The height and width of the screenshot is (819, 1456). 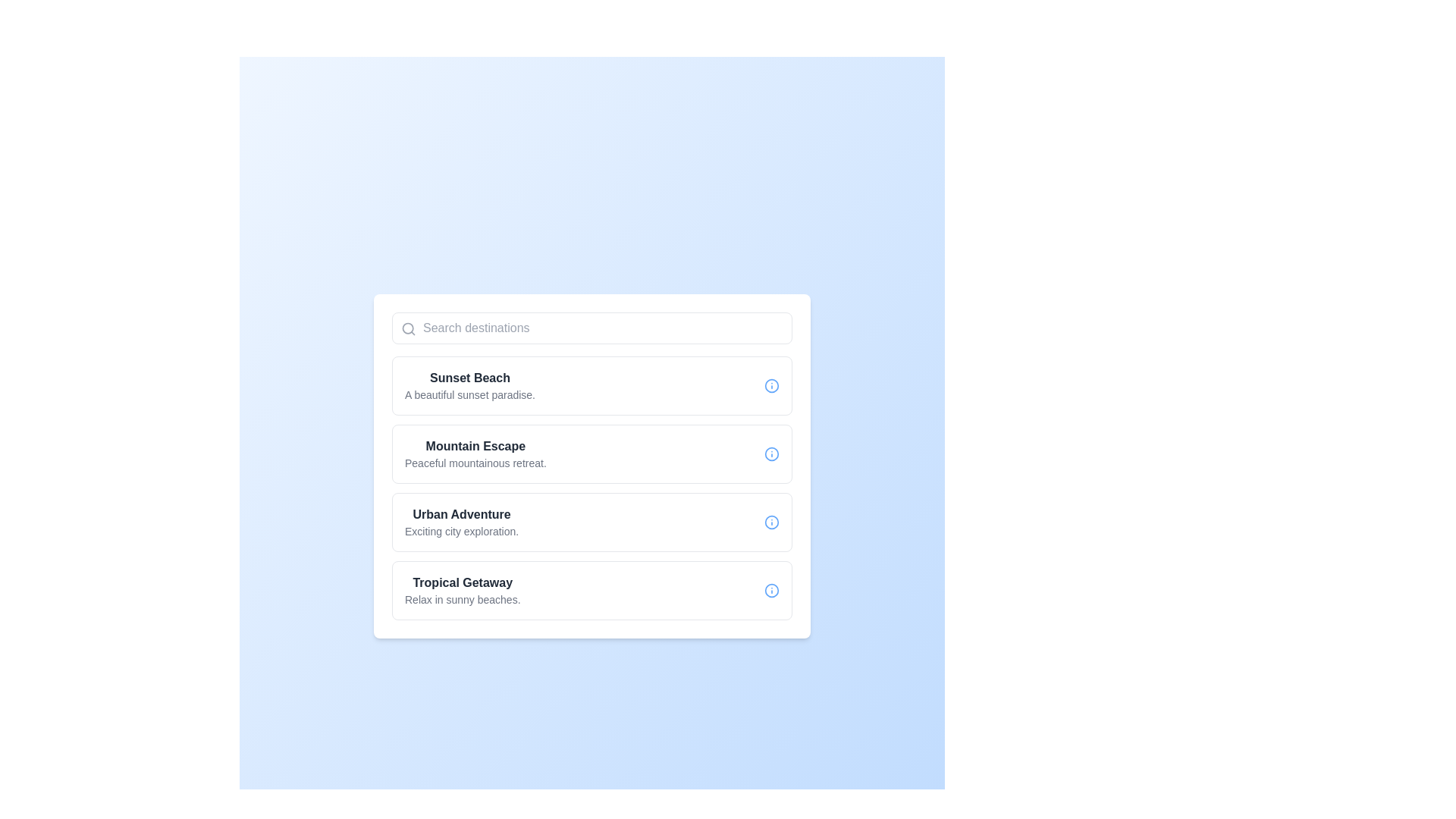 I want to click on the text label displaying 'Relax in sunny beaches.' located below the title 'Tropical Getaway' in the fourth card of the destination options list, so click(x=462, y=598).